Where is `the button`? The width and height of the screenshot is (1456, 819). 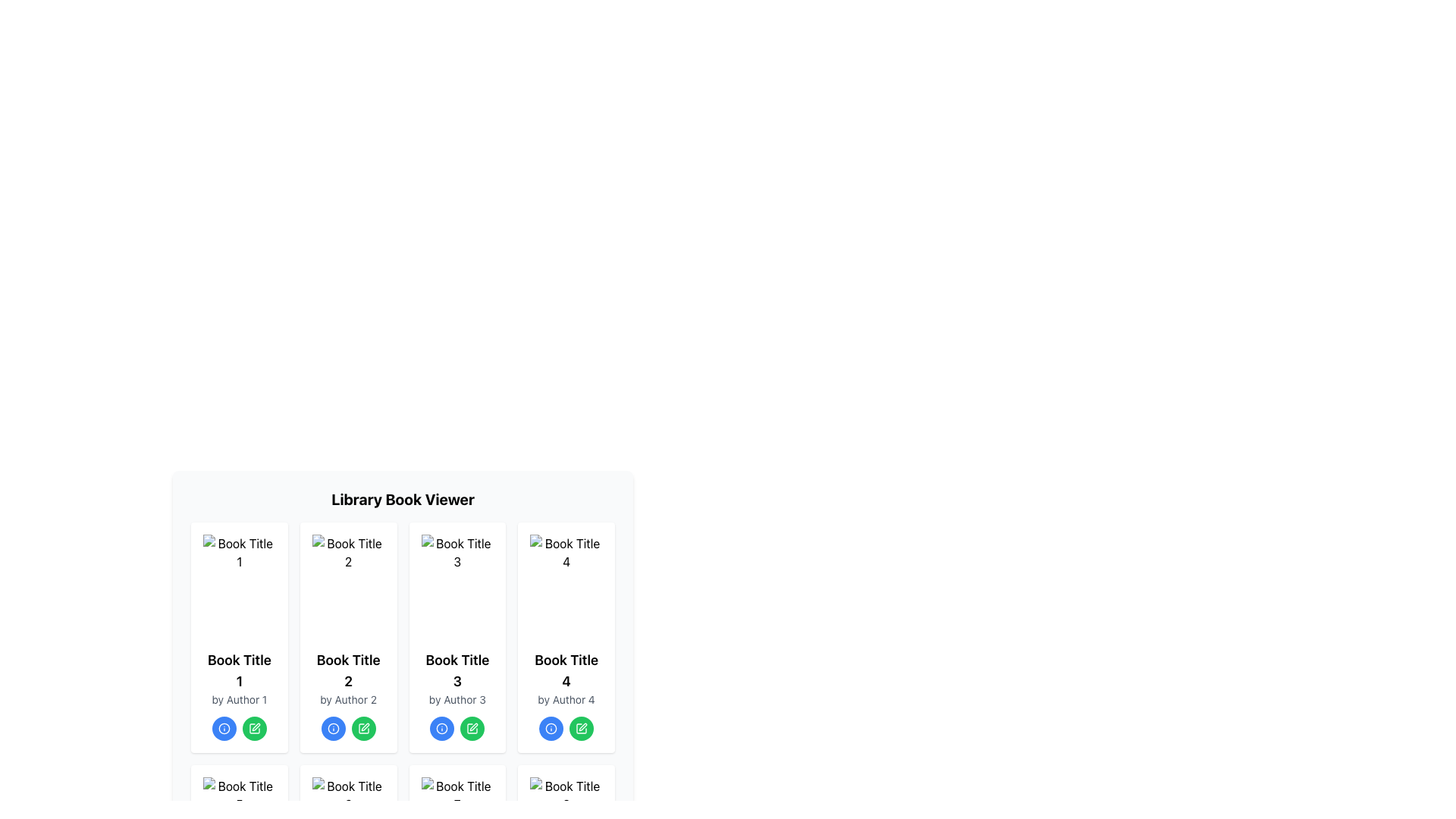
the button is located at coordinates (332, 727).